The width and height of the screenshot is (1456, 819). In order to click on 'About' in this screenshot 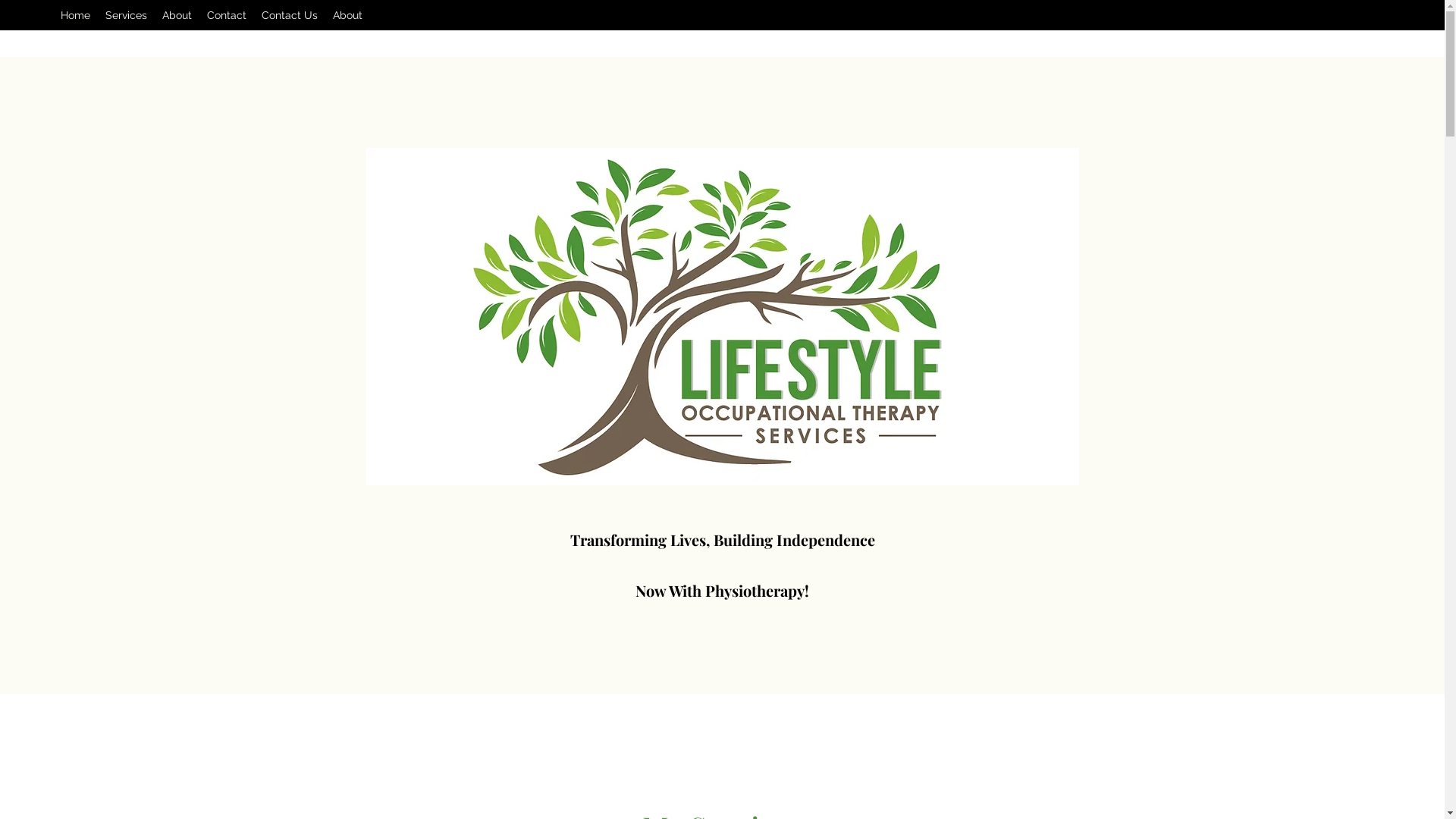, I will do `click(347, 14)`.